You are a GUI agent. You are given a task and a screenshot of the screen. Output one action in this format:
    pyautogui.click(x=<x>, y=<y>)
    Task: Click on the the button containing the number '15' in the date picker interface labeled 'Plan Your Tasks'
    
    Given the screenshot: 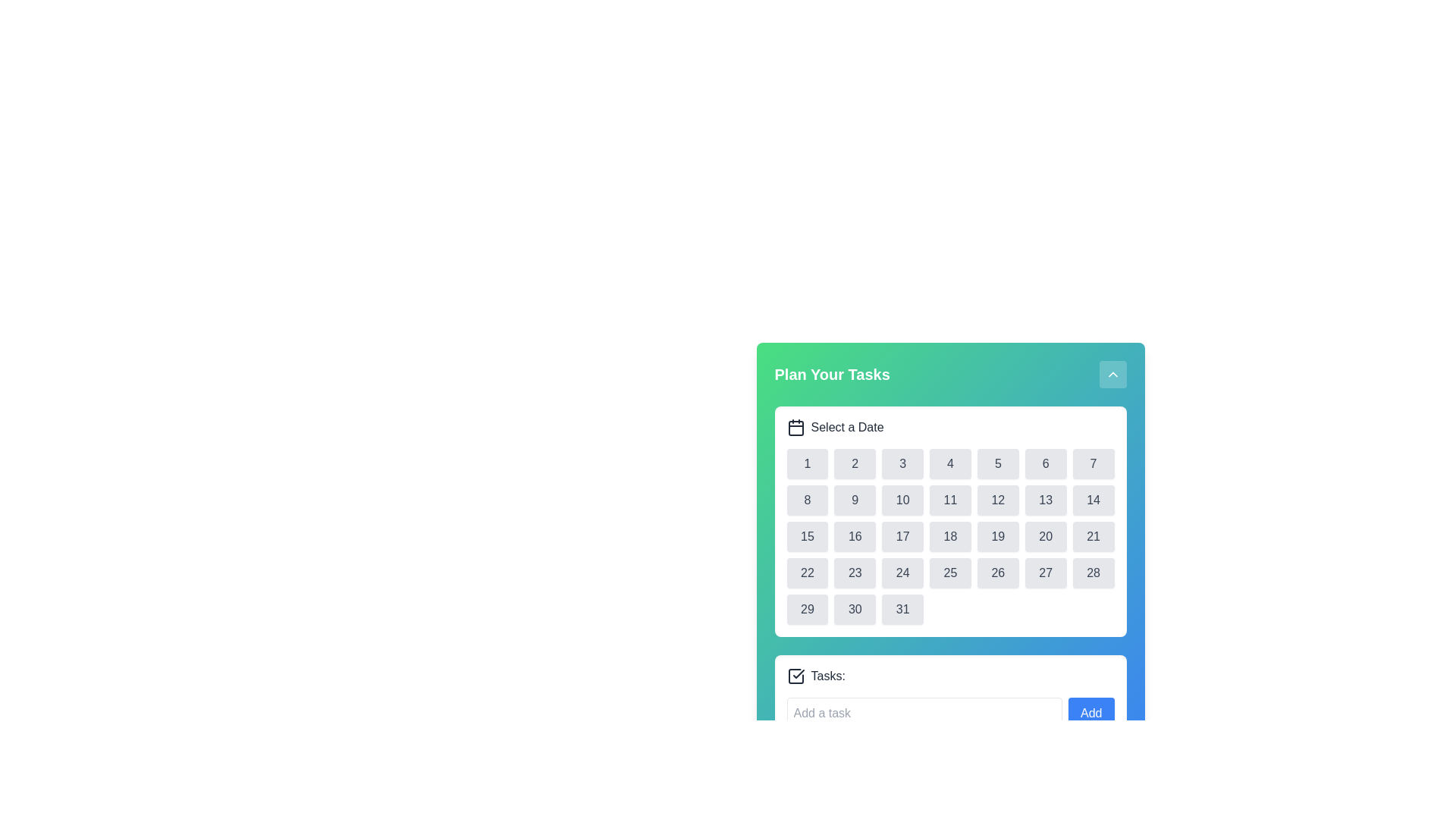 What is the action you would take?
    pyautogui.click(x=806, y=536)
    